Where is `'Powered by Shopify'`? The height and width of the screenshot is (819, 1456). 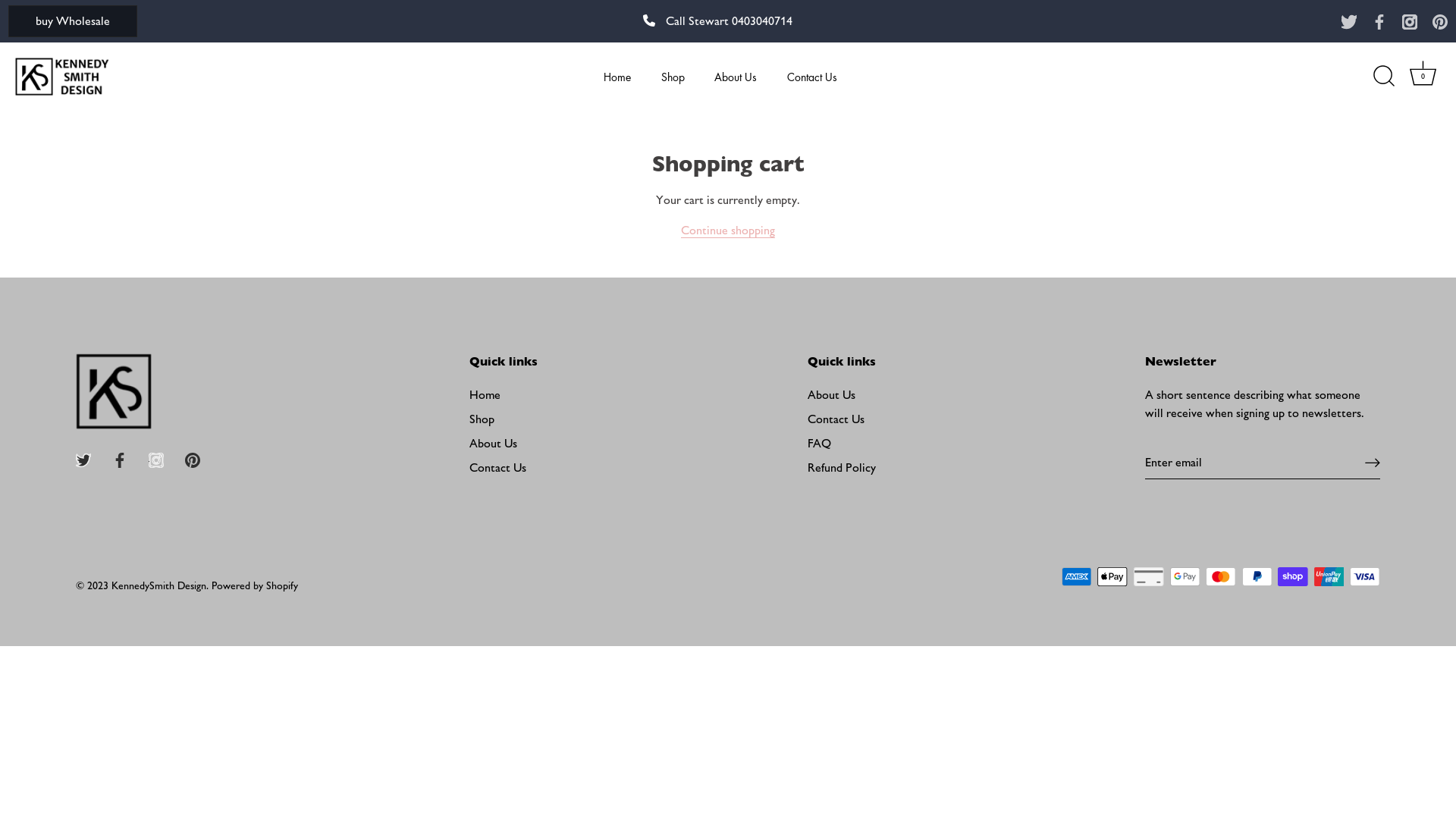 'Powered by Shopify' is located at coordinates (210, 585).